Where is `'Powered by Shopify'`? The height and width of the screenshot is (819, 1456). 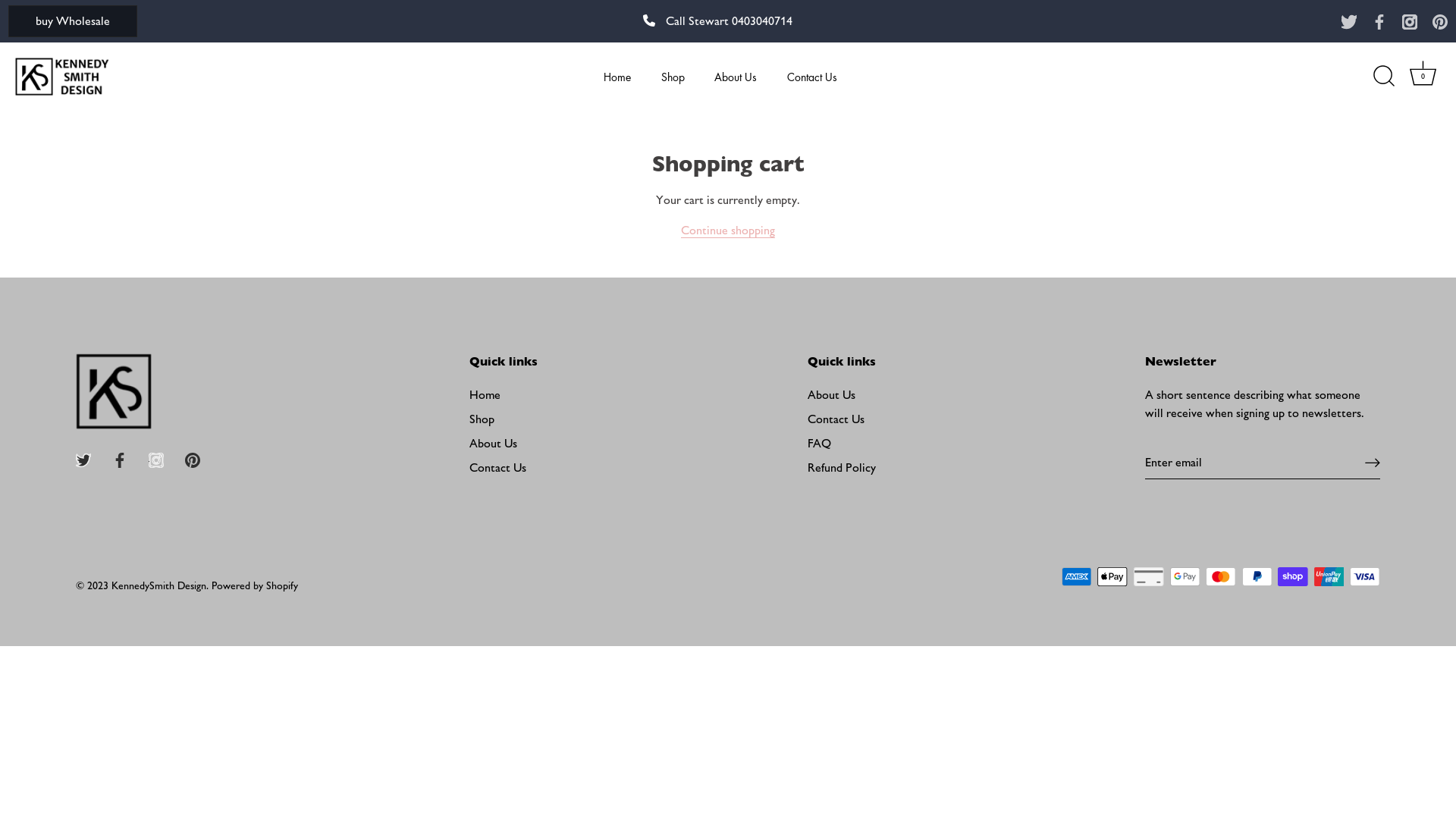 'Powered by Shopify' is located at coordinates (210, 585).